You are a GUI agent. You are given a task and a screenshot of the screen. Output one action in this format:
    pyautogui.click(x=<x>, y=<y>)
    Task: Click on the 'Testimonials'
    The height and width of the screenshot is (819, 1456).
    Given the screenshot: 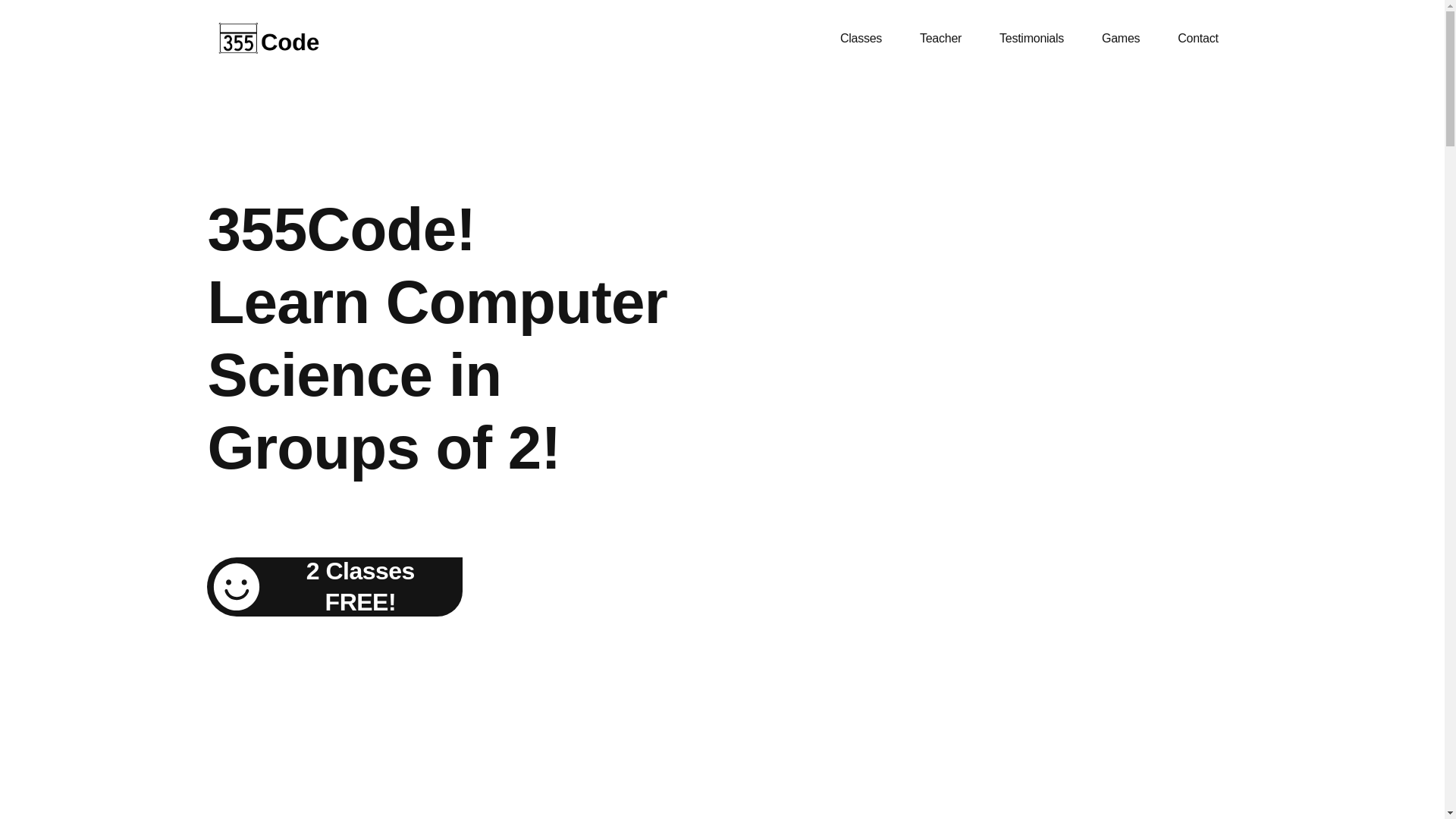 What is the action you would take?
    pyautogui.click(x=980, y=37)
    